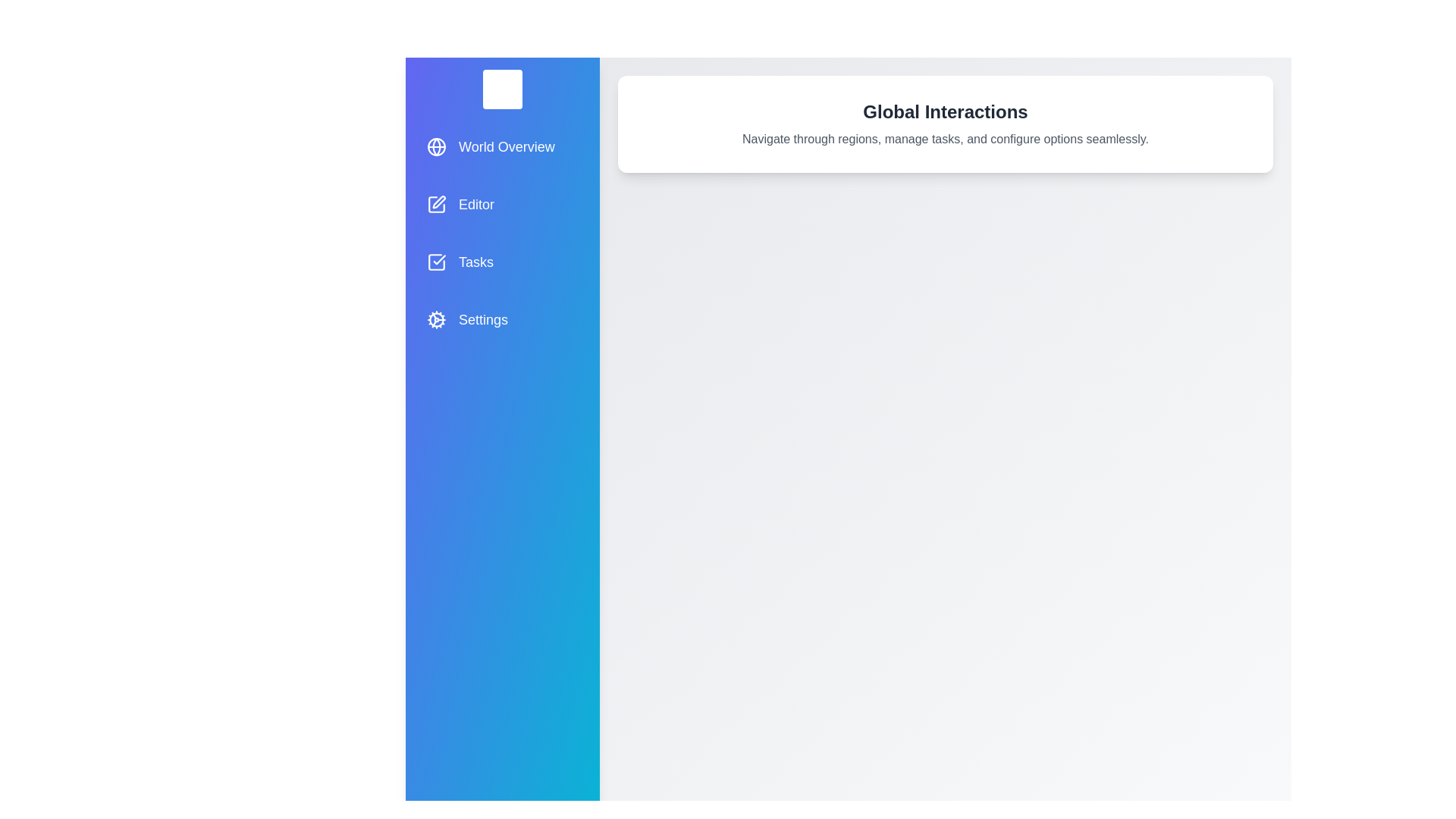 Image resolution: width=1456 pixels, height=819 pixels. I want to click on the 'Settings' menu item in the drawer, so click(502, 318).